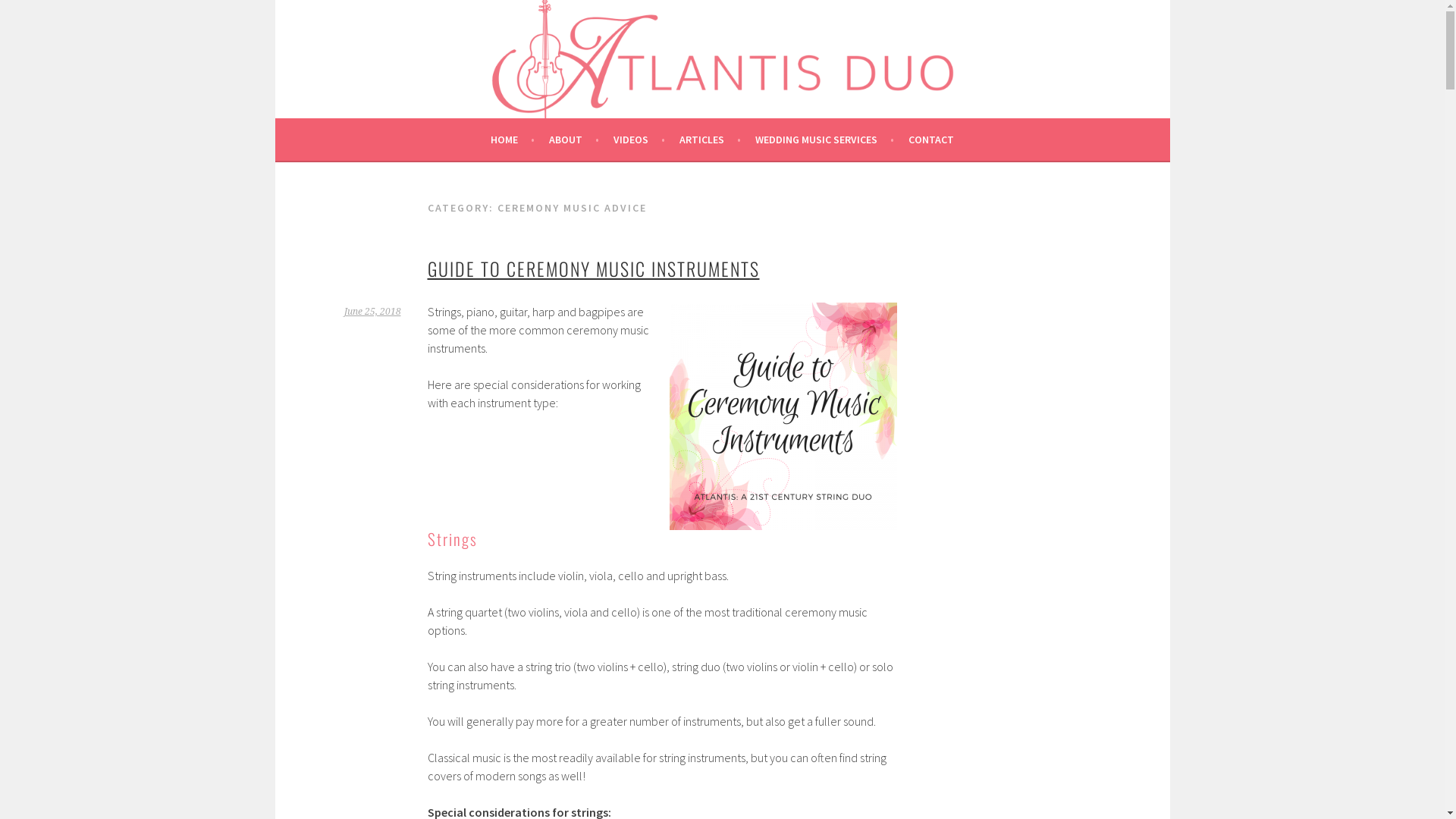 This screenshot has width=1456, height=819. What do you see at coordinates (372, 311) in the screenshot?
I see `'June 25, 2018'` at bounding box center [372, 311].